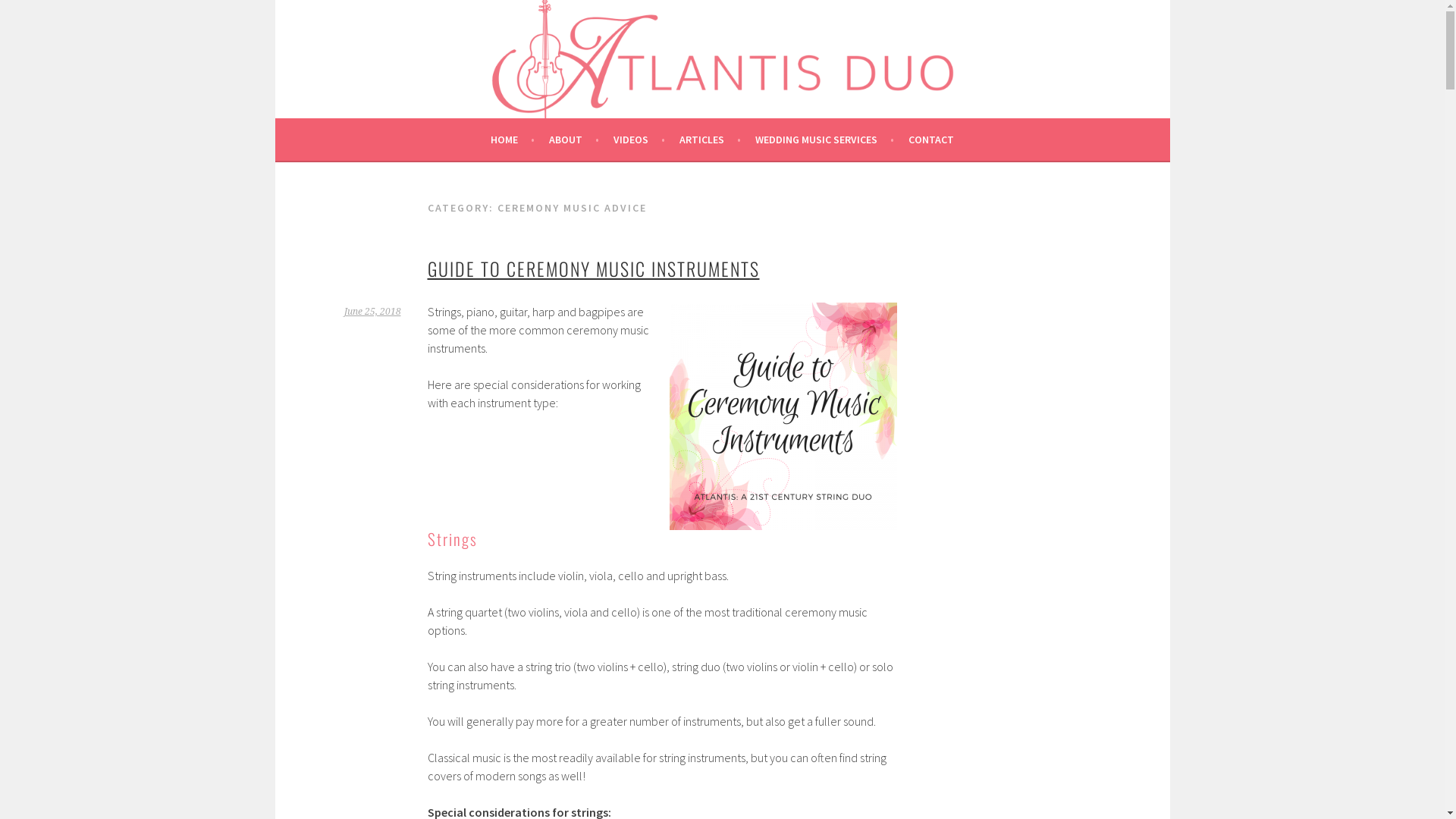 This screenshot has width=1456, height=819. What do you see at coordinates (372, 311) in the screenshot?
I see `'June 25, 2018'` at bounding box center [372, 311].